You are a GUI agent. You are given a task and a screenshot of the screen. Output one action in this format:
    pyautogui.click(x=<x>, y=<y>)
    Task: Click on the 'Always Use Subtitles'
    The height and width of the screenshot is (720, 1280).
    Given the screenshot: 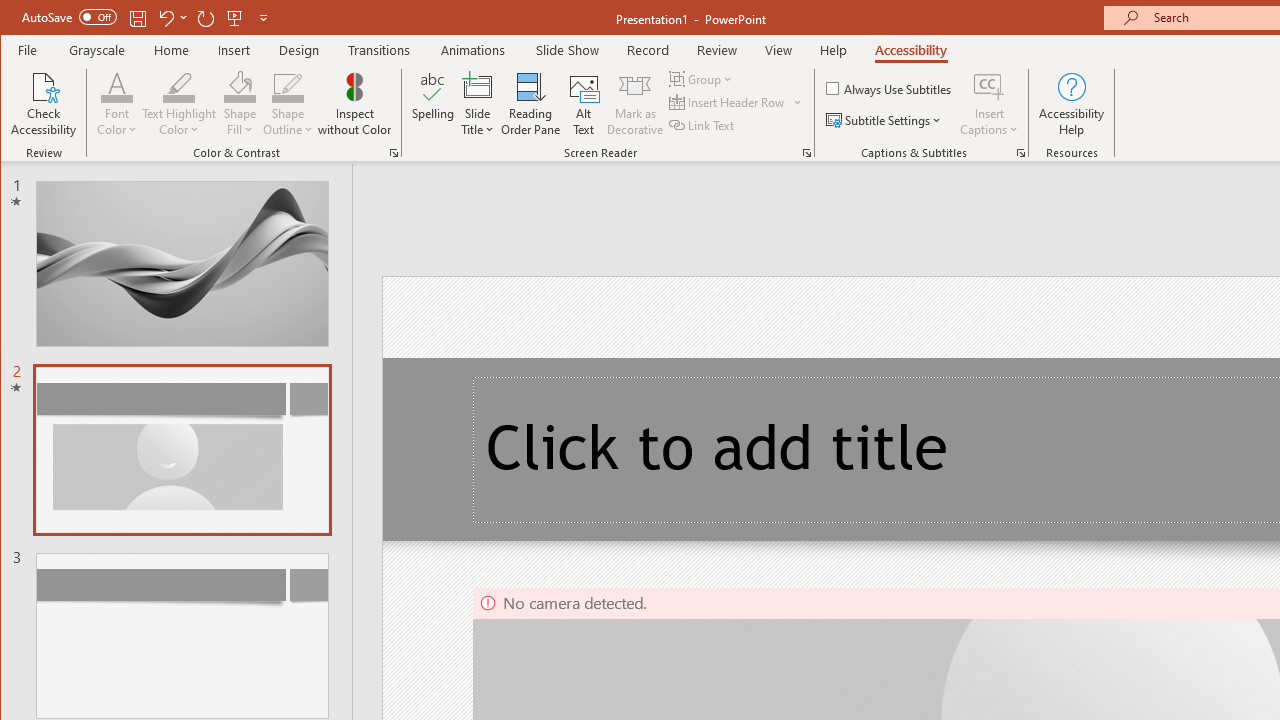 What is the action you would take?
    pyautogui.click(x=889, y=87)
    